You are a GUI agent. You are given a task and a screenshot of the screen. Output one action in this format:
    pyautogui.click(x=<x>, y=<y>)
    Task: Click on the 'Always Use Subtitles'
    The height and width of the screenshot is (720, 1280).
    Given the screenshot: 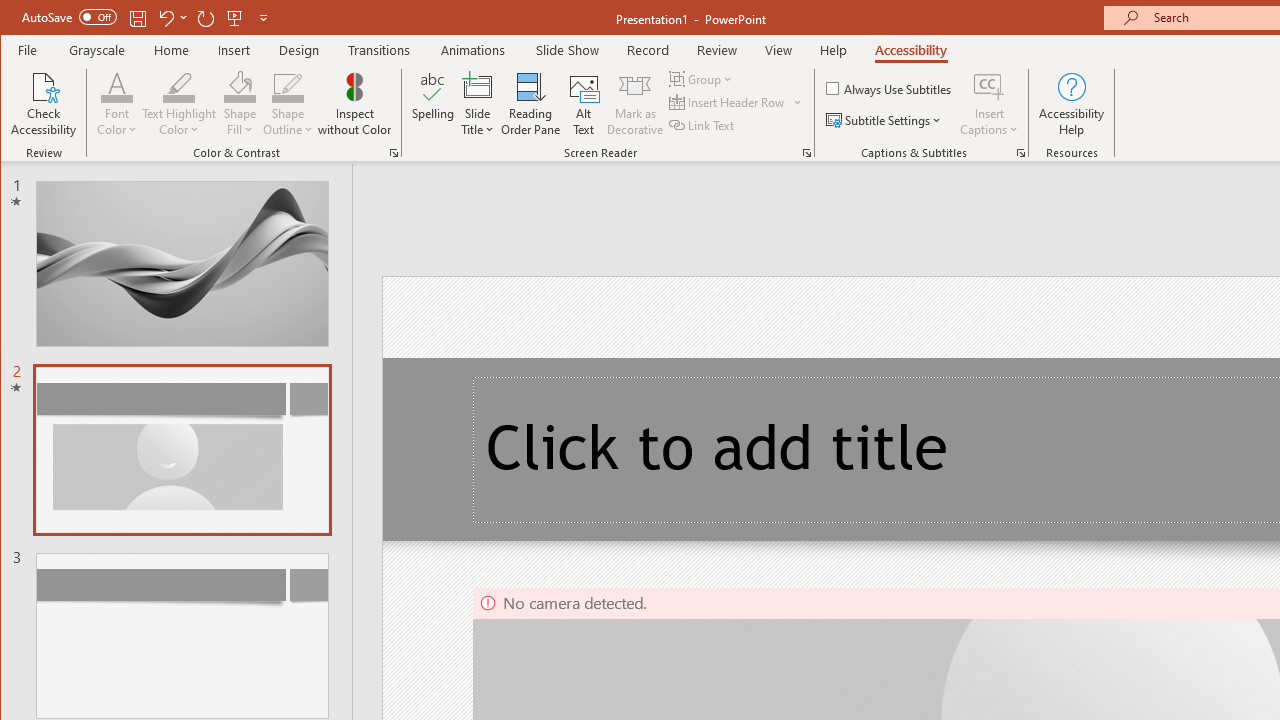 What is the action you would take?
    pyautogui.click(x=889, y=87)
    